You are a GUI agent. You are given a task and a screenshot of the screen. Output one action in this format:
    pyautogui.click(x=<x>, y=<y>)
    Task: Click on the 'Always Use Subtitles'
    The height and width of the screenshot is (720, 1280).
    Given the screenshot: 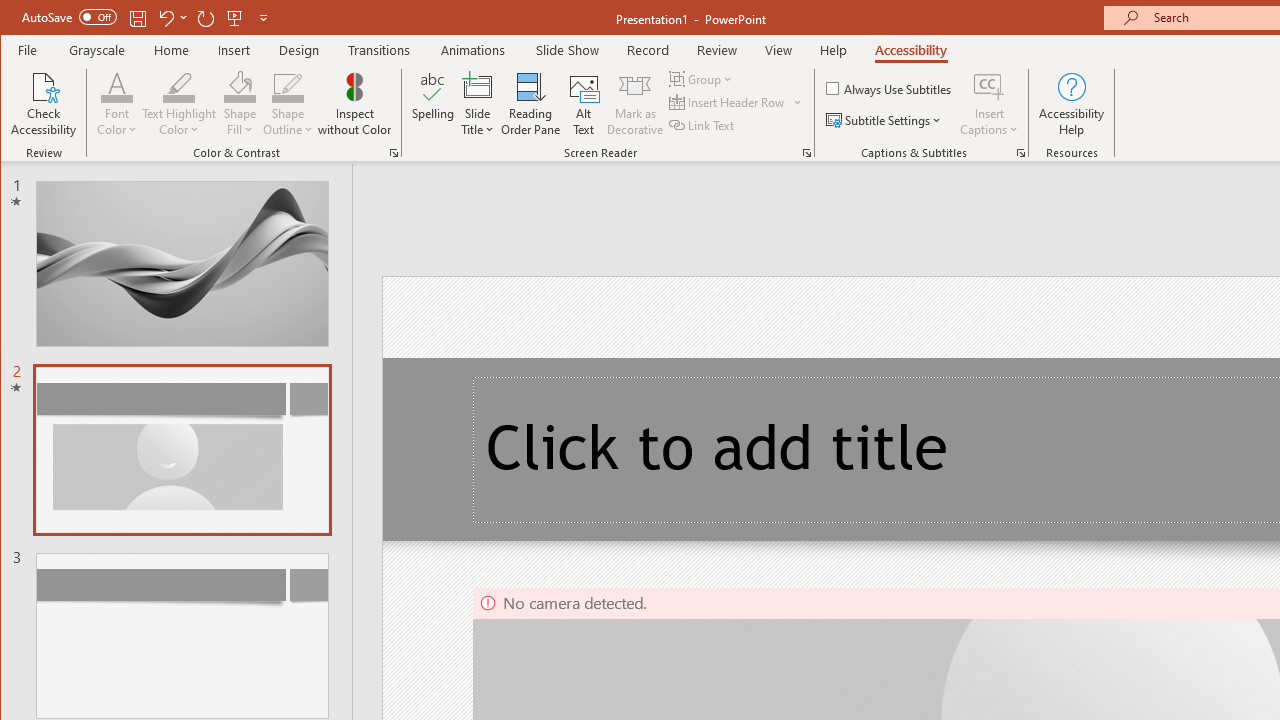 What is the action you would take?
    pyautogui.click(x=889, y=87)
    